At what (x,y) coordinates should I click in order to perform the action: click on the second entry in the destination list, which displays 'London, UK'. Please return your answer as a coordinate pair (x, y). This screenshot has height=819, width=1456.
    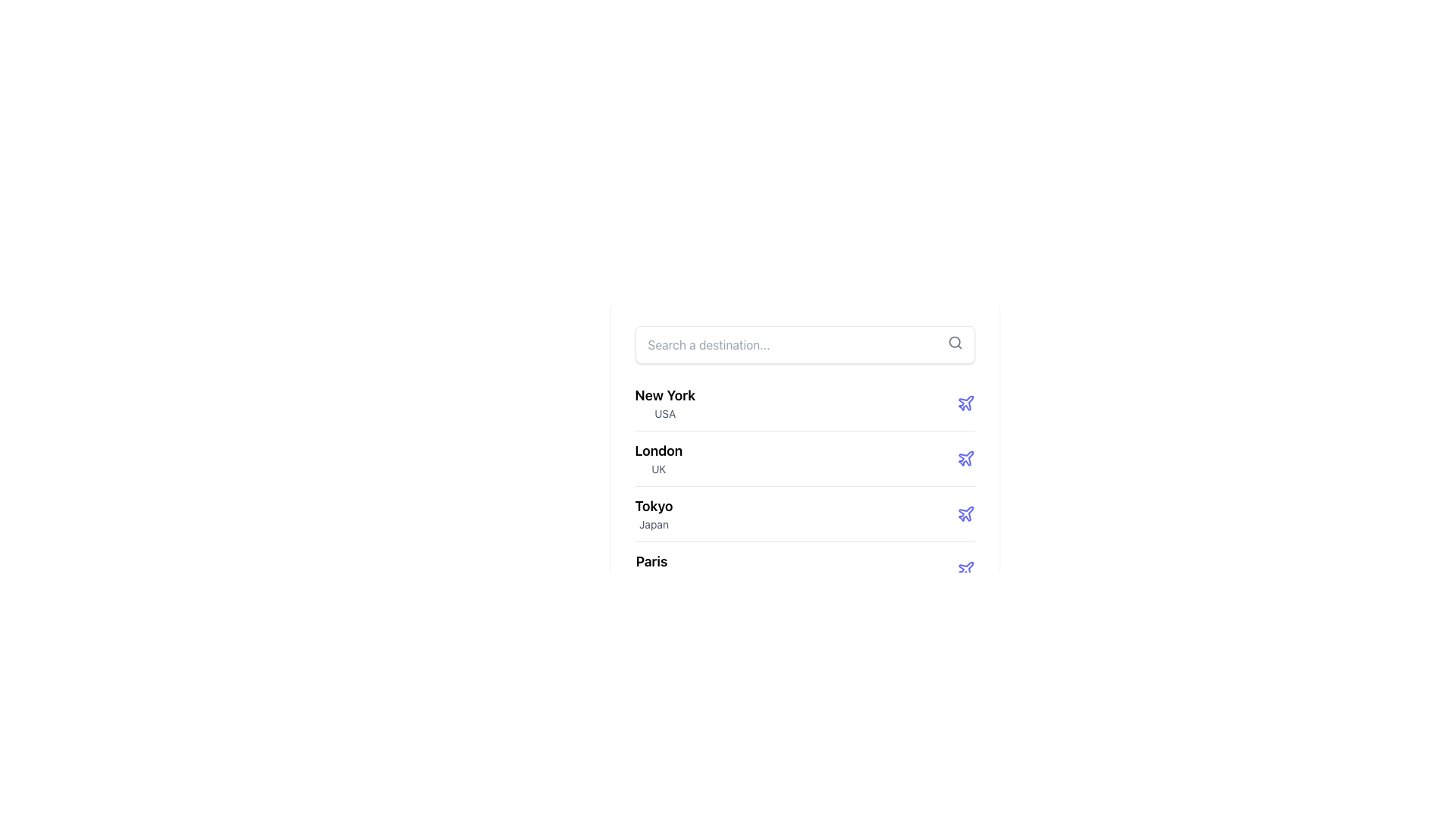
    Looking at the image, I should click on (658, 458).